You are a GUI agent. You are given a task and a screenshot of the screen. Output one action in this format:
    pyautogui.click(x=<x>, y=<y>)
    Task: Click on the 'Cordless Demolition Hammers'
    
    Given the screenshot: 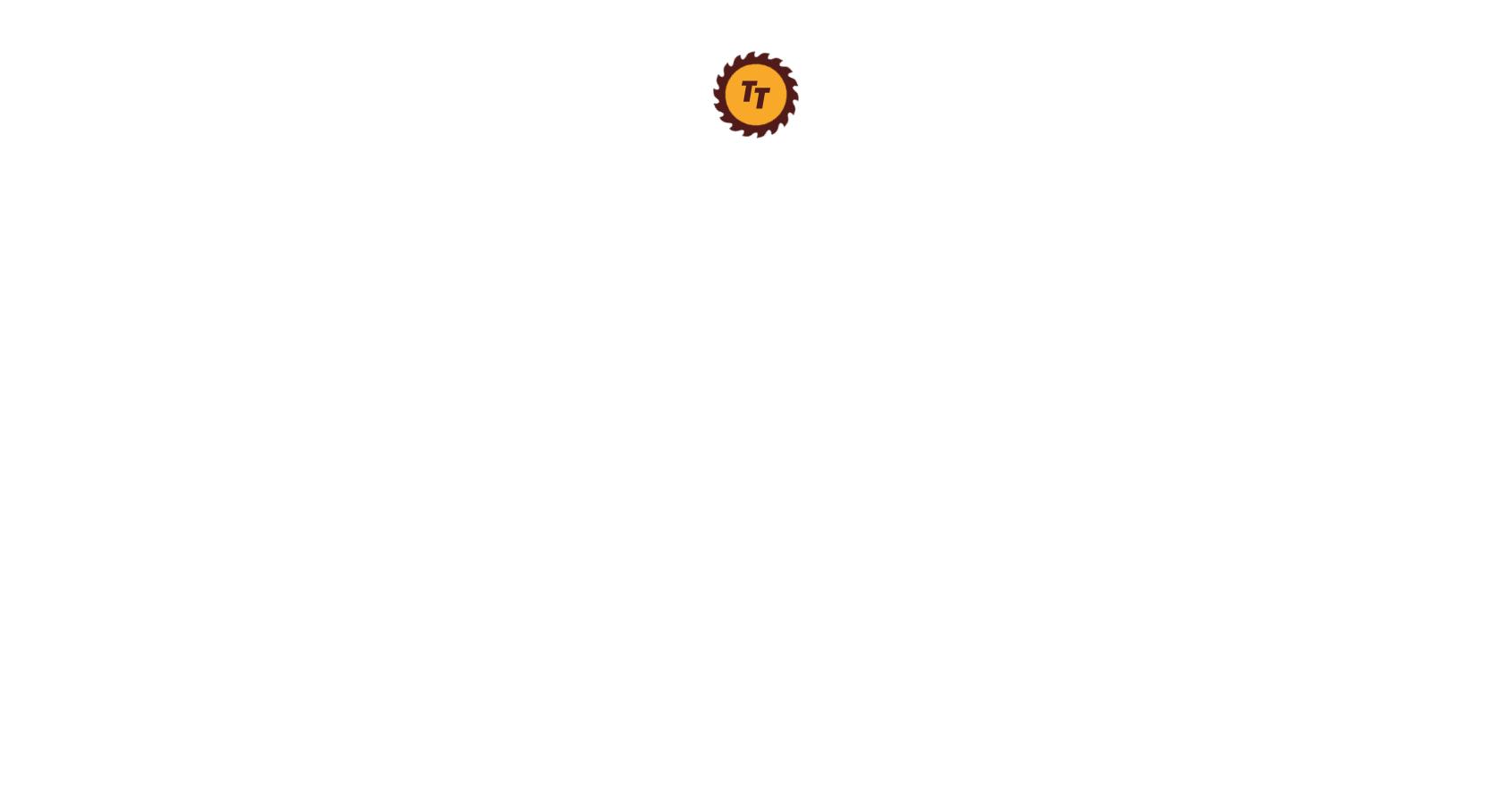 What is the action you would take?
    pyautogui.click(x=204, y=109)
    